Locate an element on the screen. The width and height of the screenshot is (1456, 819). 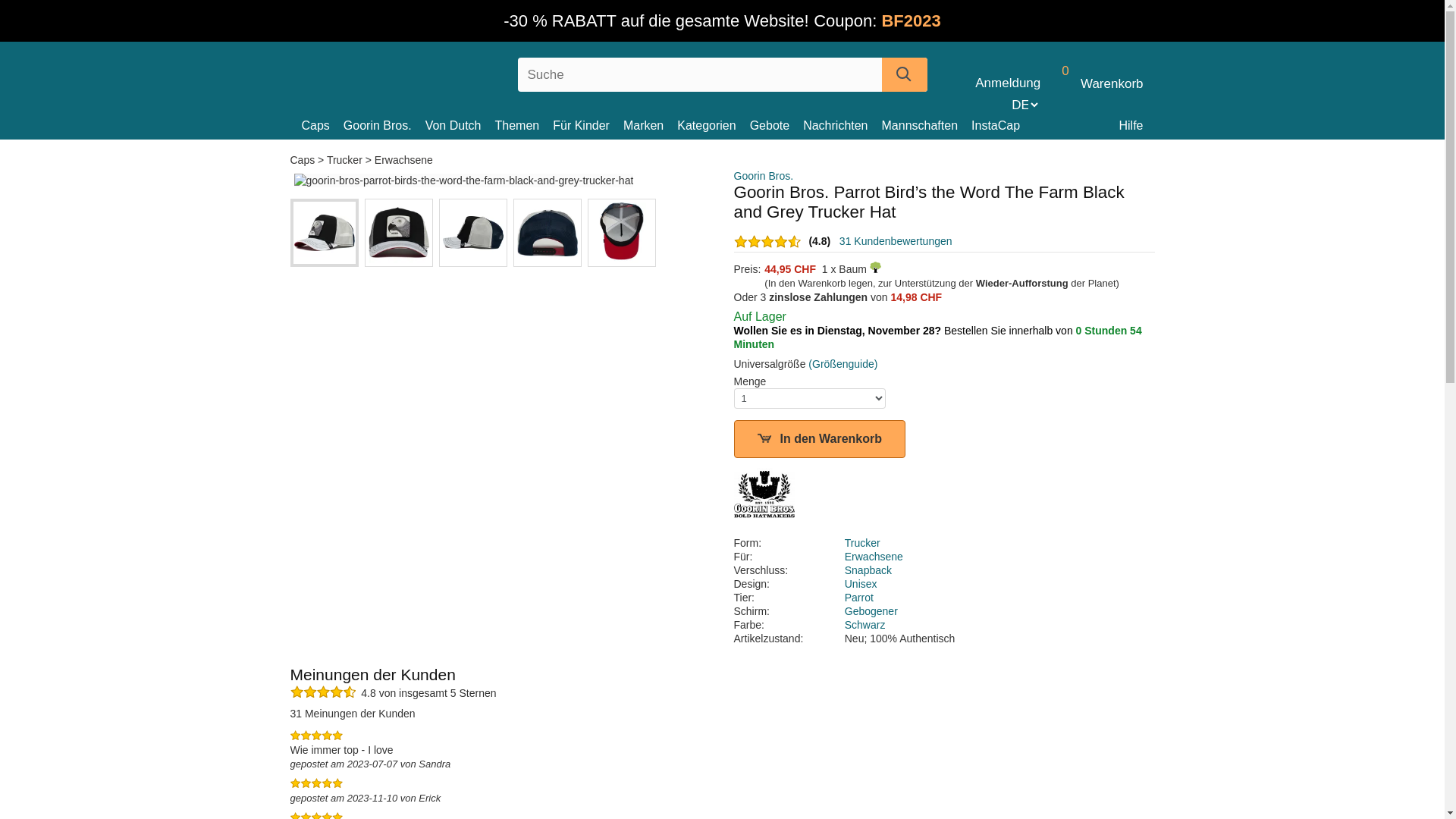
'Goorin Bros.' is located at coordinates (764, 174).